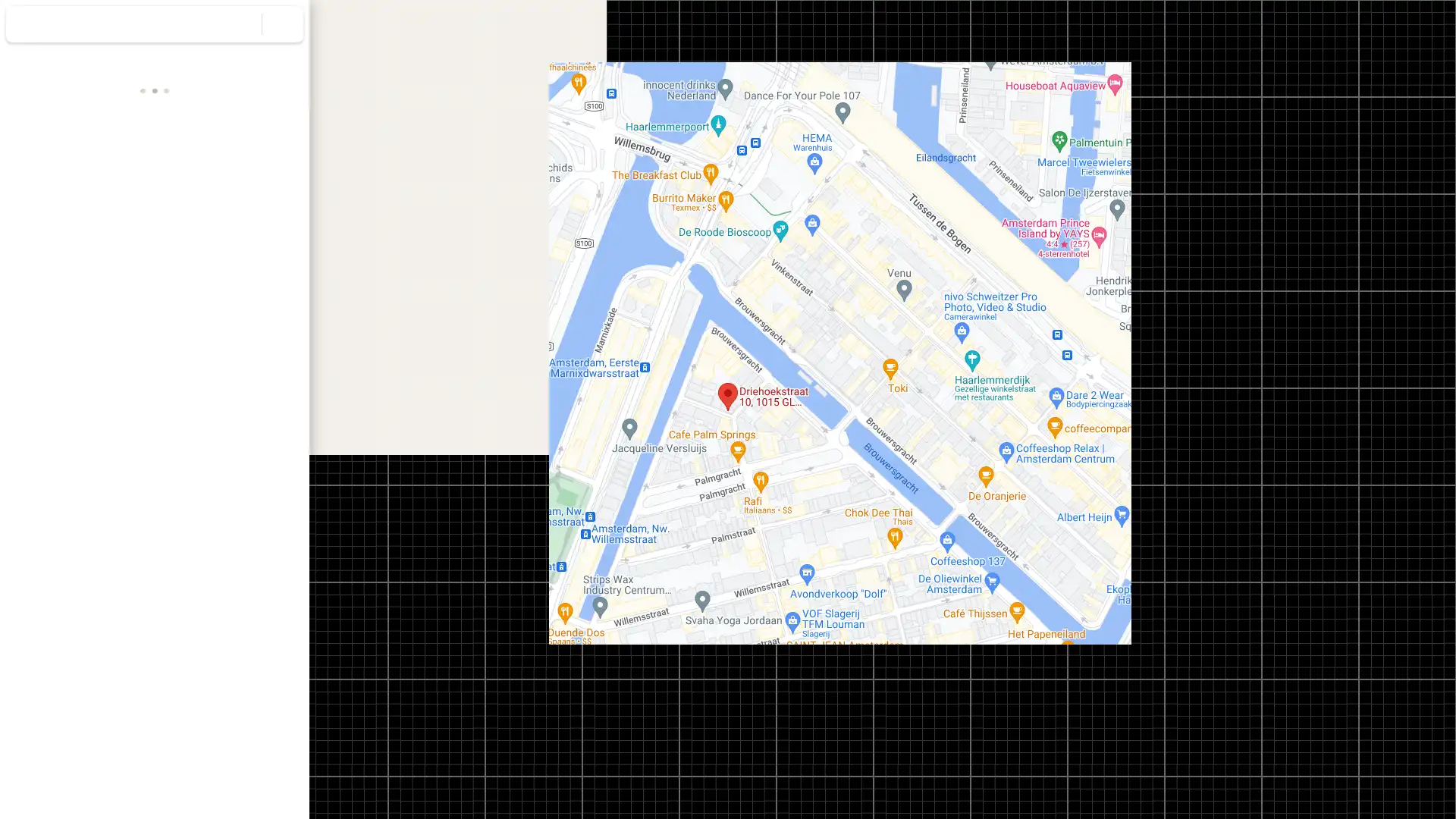 The height and width of the screenshot is (819, 1456). What do you see at coordinates (283, 24) in the screenshot?
I see `Zoekopdracht wissen` at bounding box center [283, 24].